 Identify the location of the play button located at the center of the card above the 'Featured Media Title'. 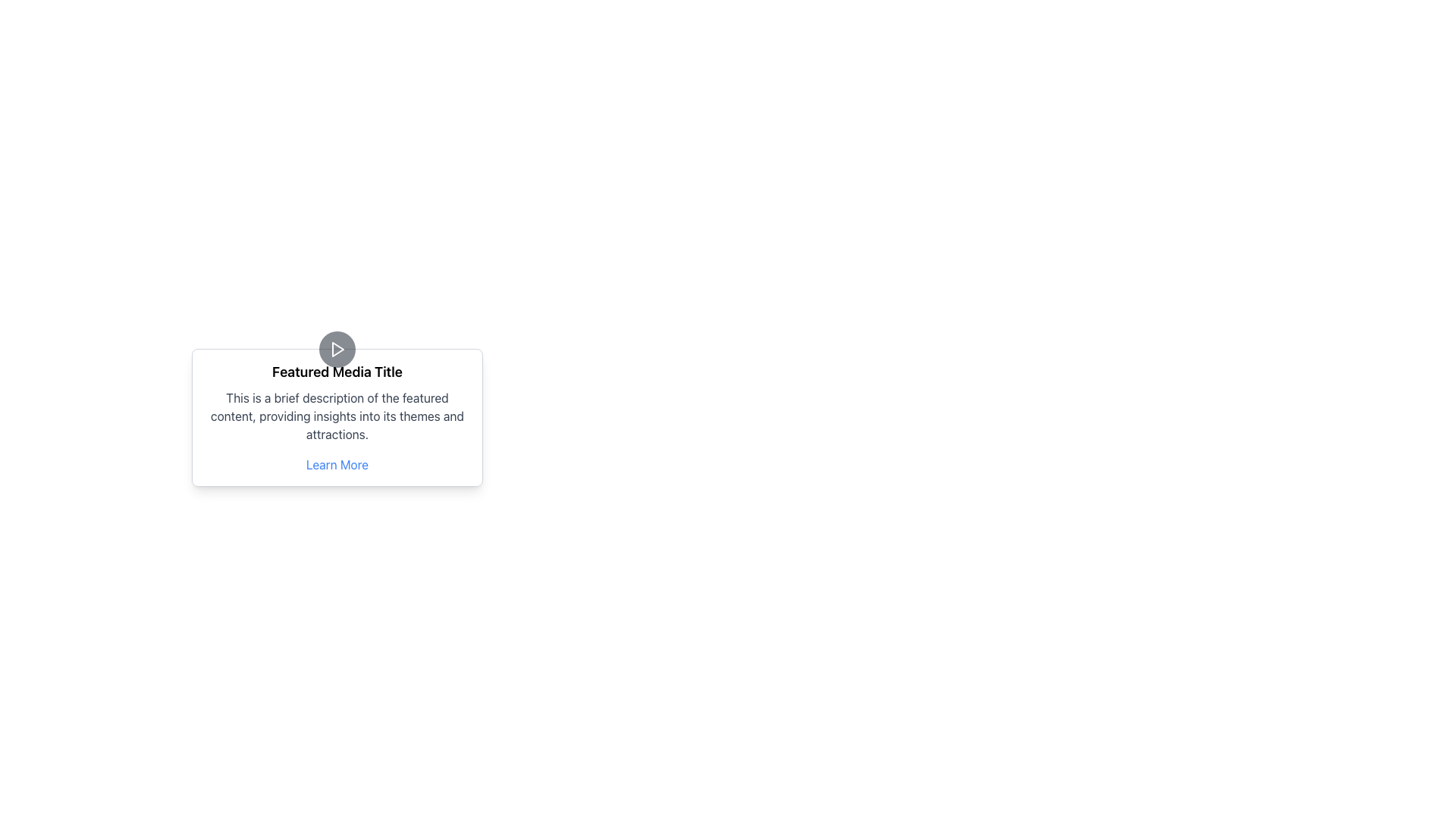
(337, 350).